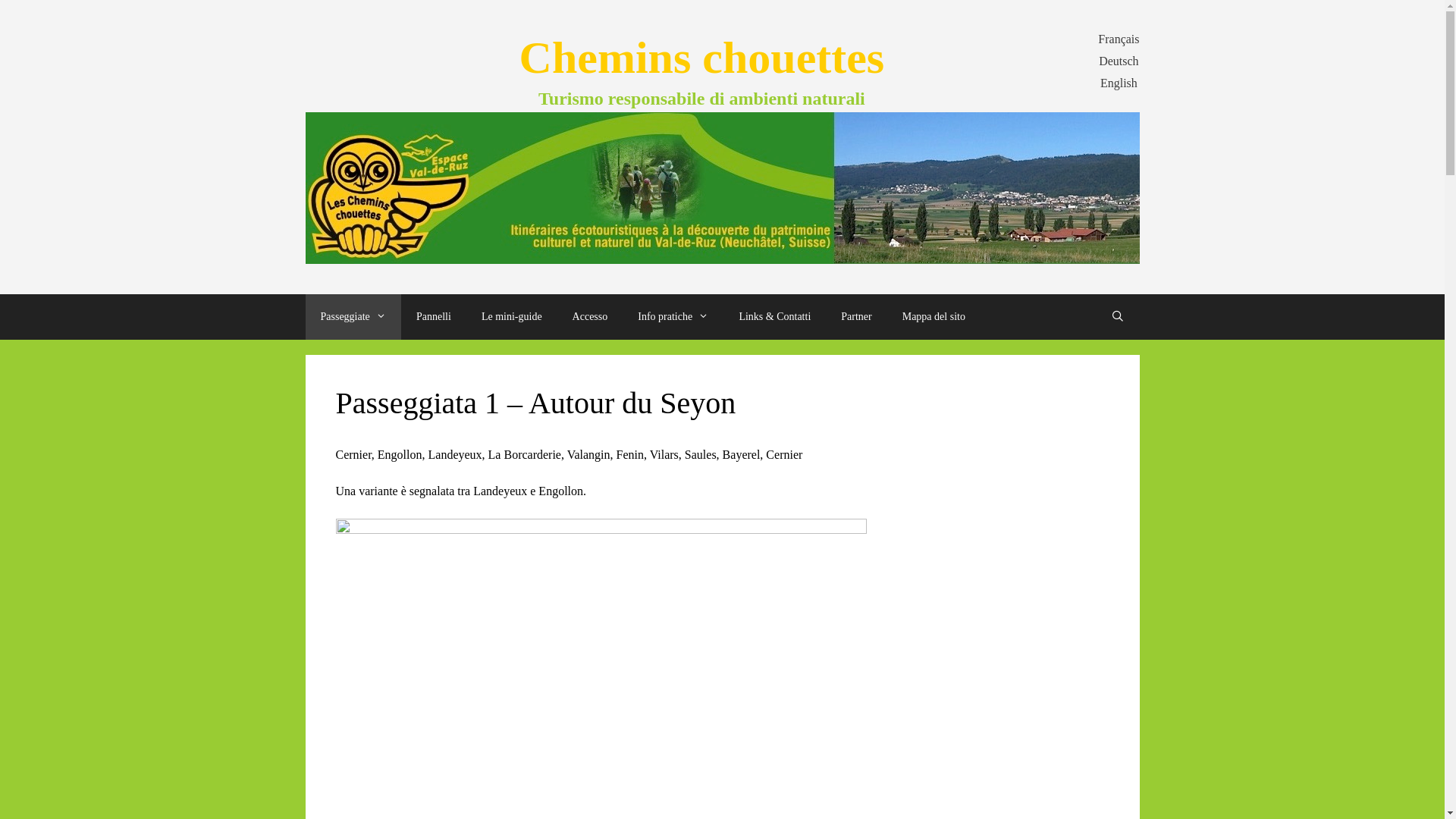 The image size is (1456, 819). I want to click on 'English', so click(1100, 83).